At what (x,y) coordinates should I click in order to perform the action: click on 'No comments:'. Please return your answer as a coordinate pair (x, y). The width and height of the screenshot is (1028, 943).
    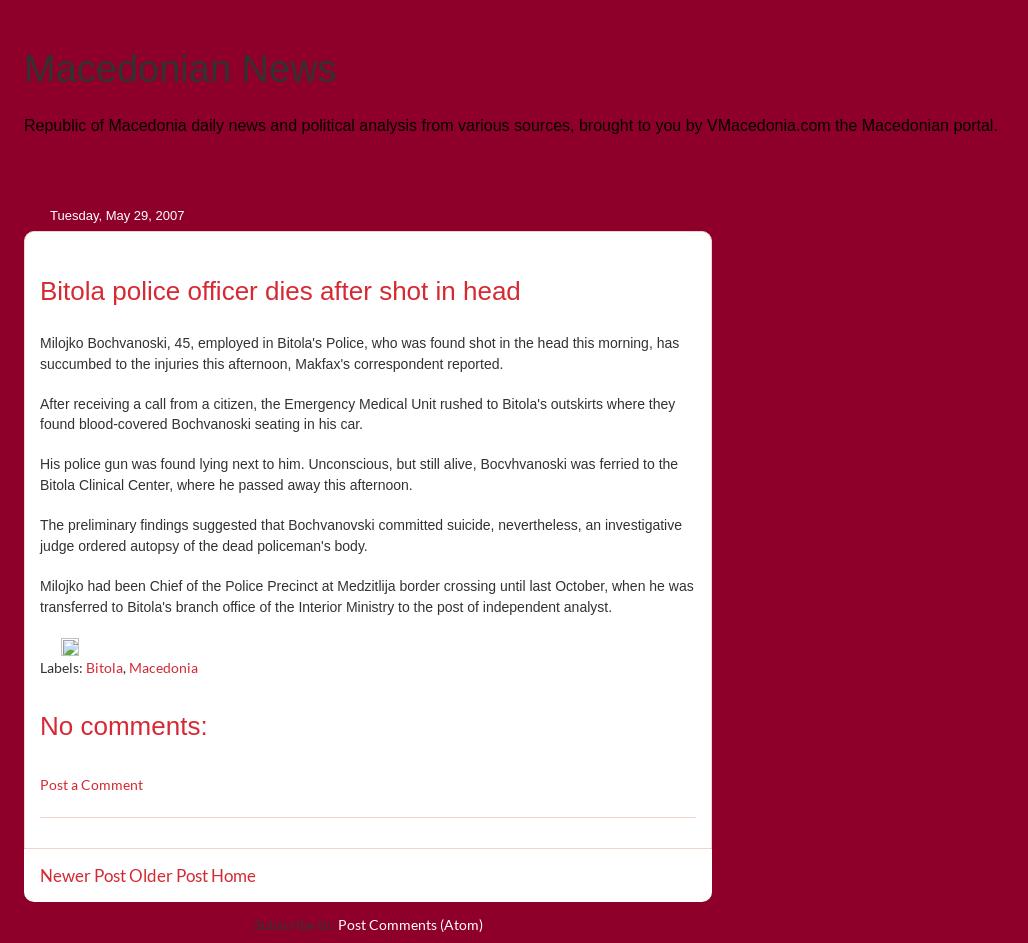
    Looking at the image, I should click on (122, 723).